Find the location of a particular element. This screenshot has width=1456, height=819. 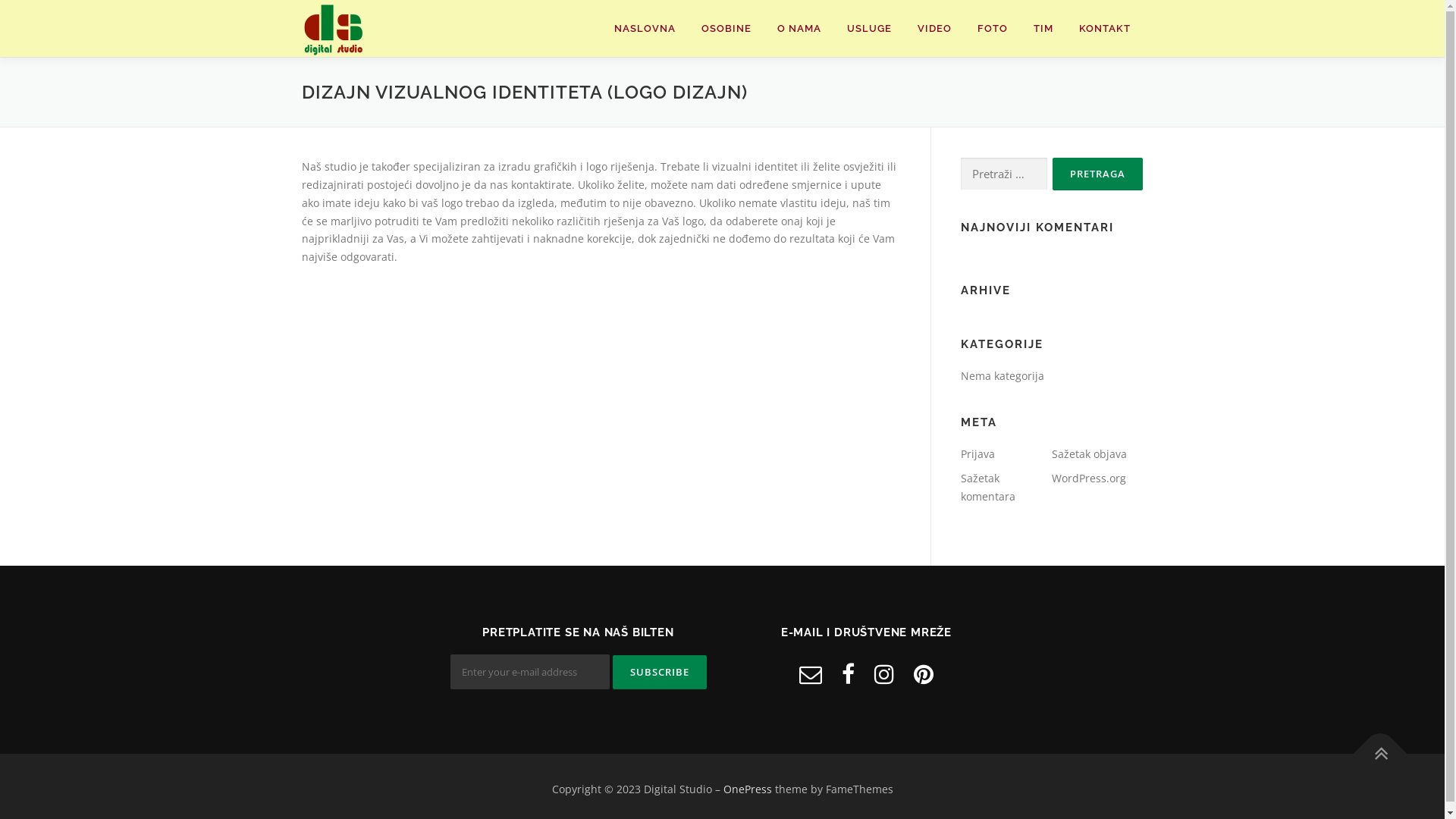

'FOTO' is located at coordinates (993, 28).